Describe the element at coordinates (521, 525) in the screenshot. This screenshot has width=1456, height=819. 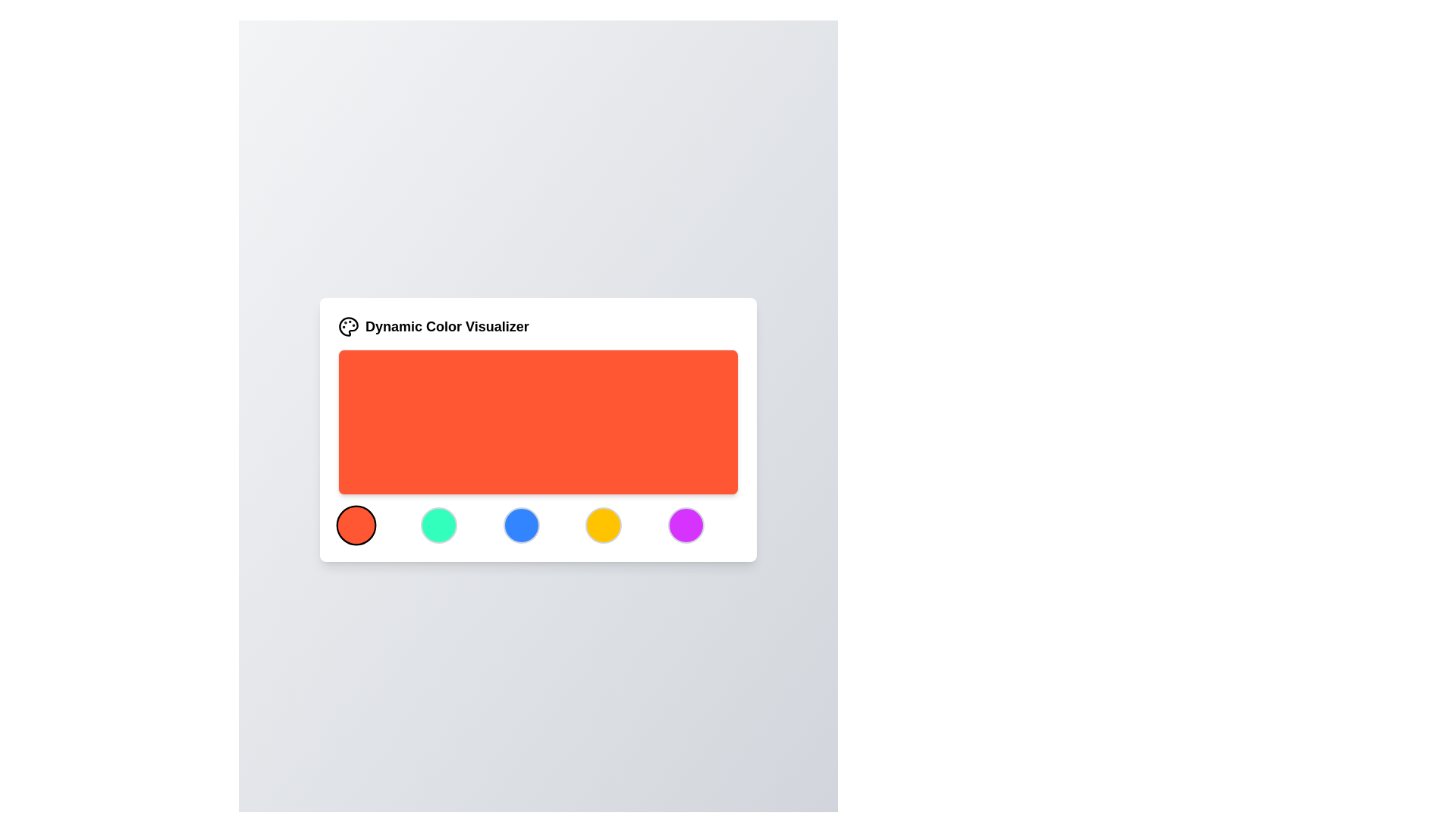
I see `the circular blue button with a gray border` at that location.